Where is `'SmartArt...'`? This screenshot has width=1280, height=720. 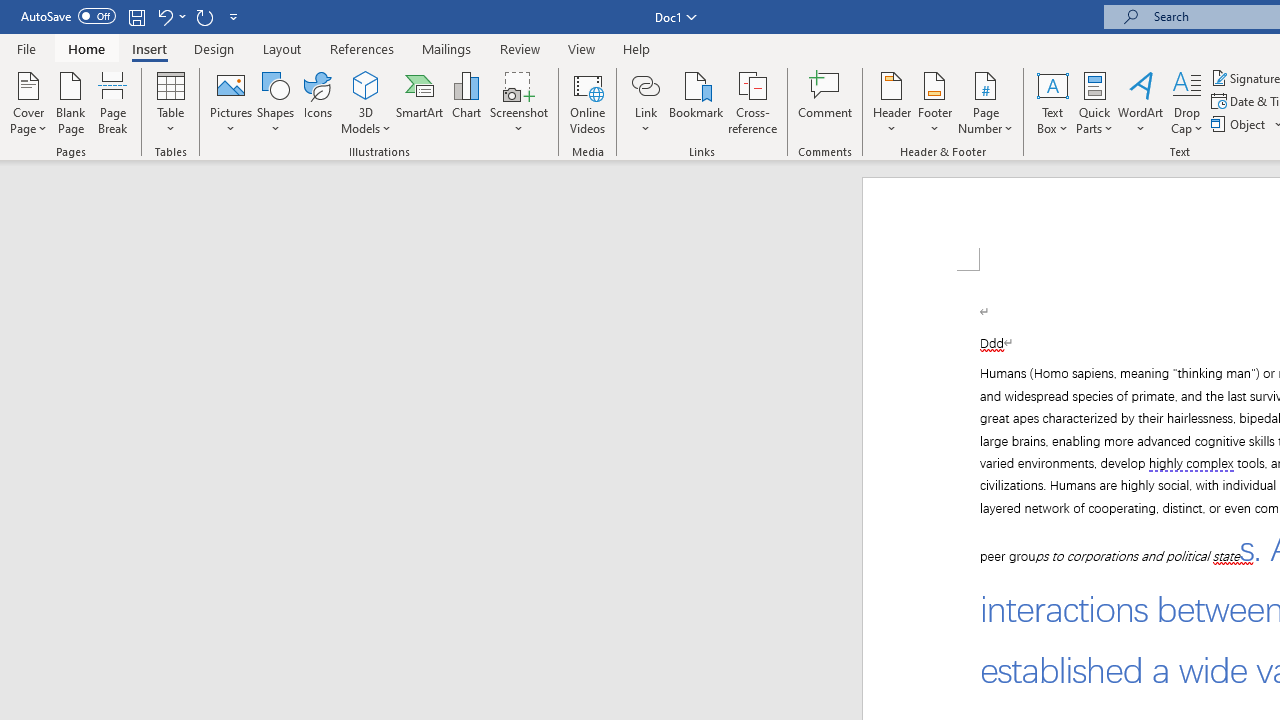
'SmartArt...' is located at coordinates (418, 103).